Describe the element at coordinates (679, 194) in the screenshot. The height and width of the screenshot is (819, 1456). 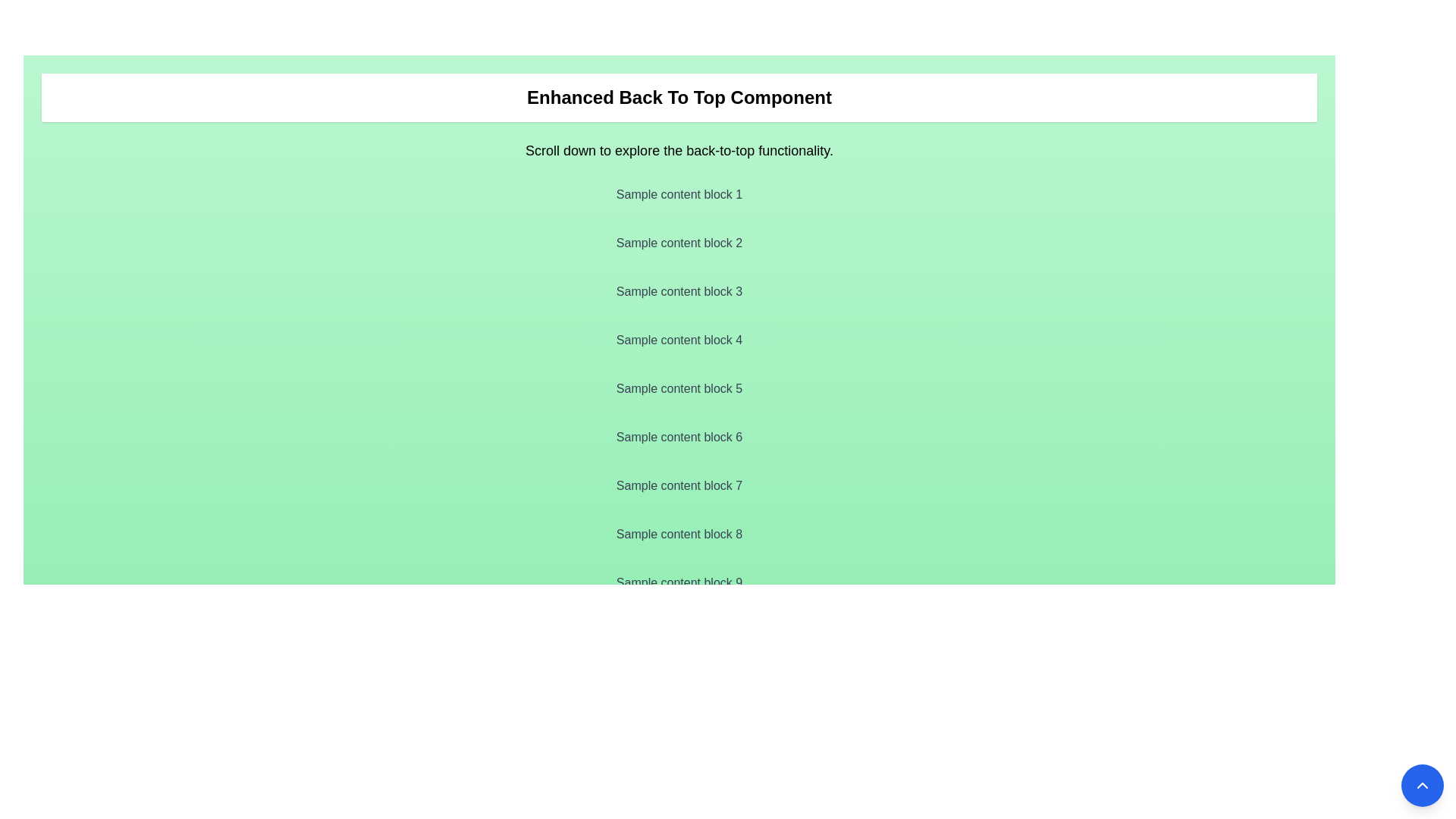
I see `the static text element that displays information about scrolling down, positioned below the header and subtitle as the first item in the series of 'Sample content block' text blocks` at that location.